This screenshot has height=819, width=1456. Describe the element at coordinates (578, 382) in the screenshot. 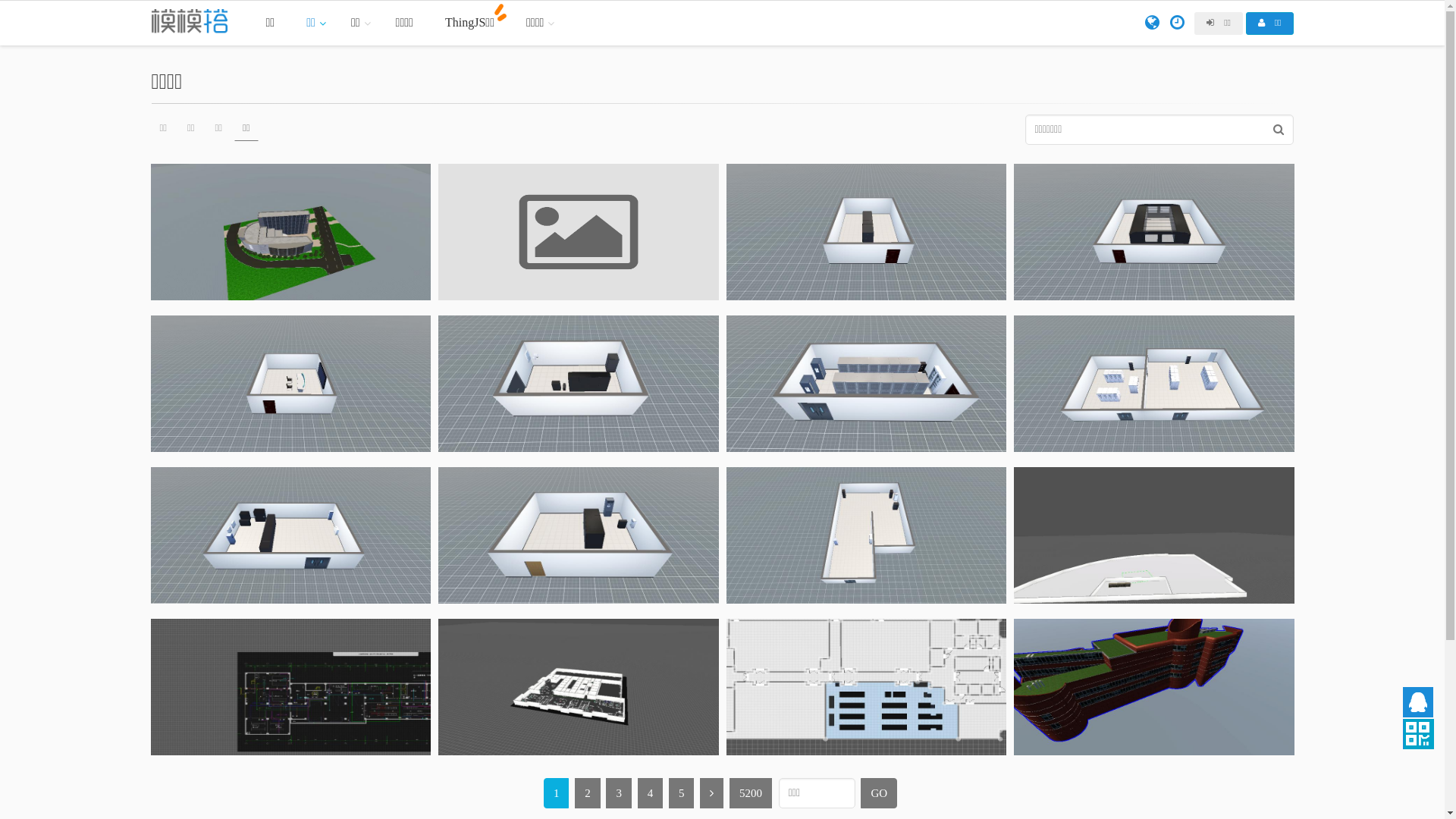

I see `'11'` at that location.